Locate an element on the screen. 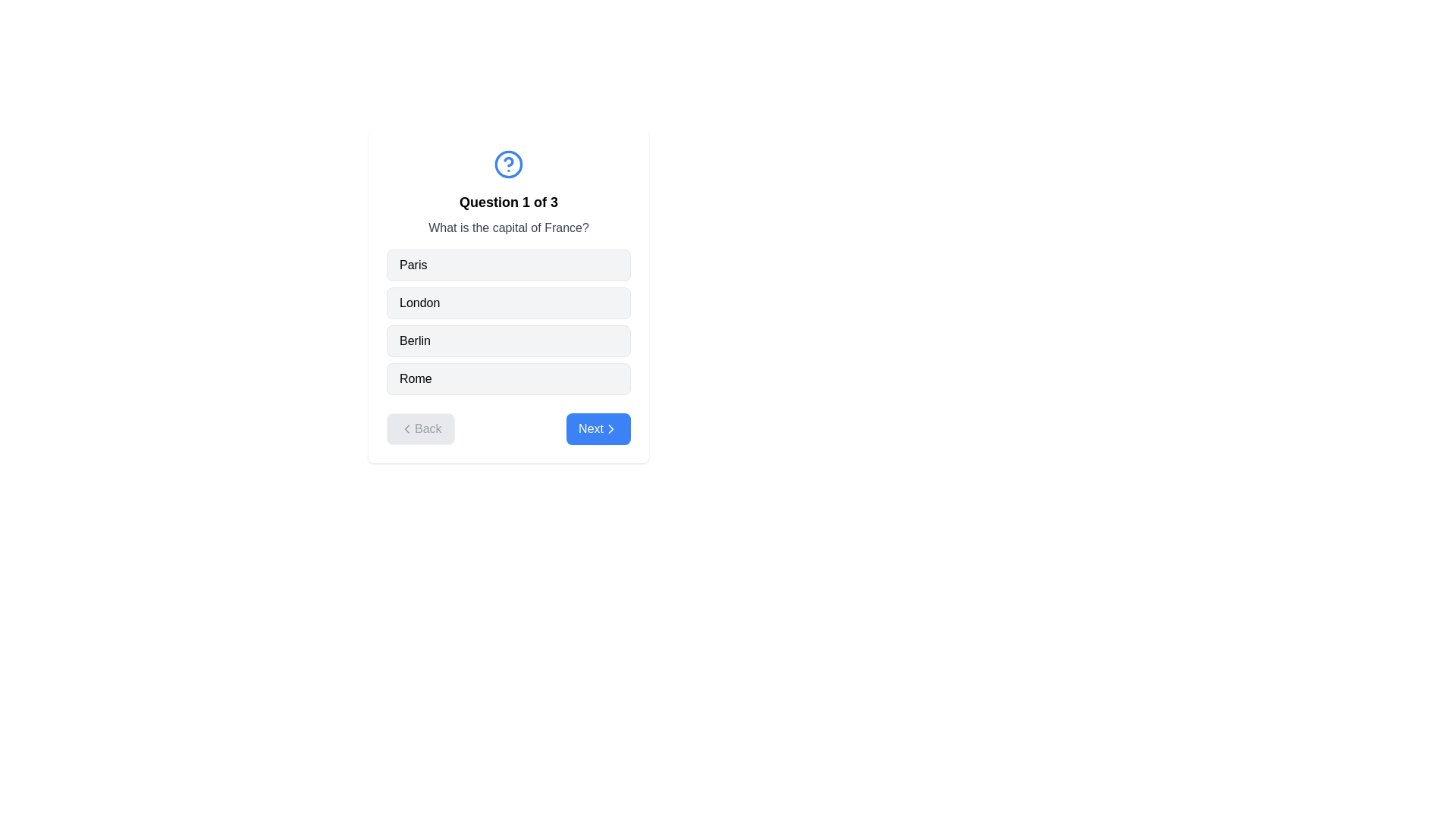  the Text Label displaying 'Question 1 of 3', which is styled prominently in a bold font and located below a blue circular icon with a question mark is located at coordinates (509, 201).